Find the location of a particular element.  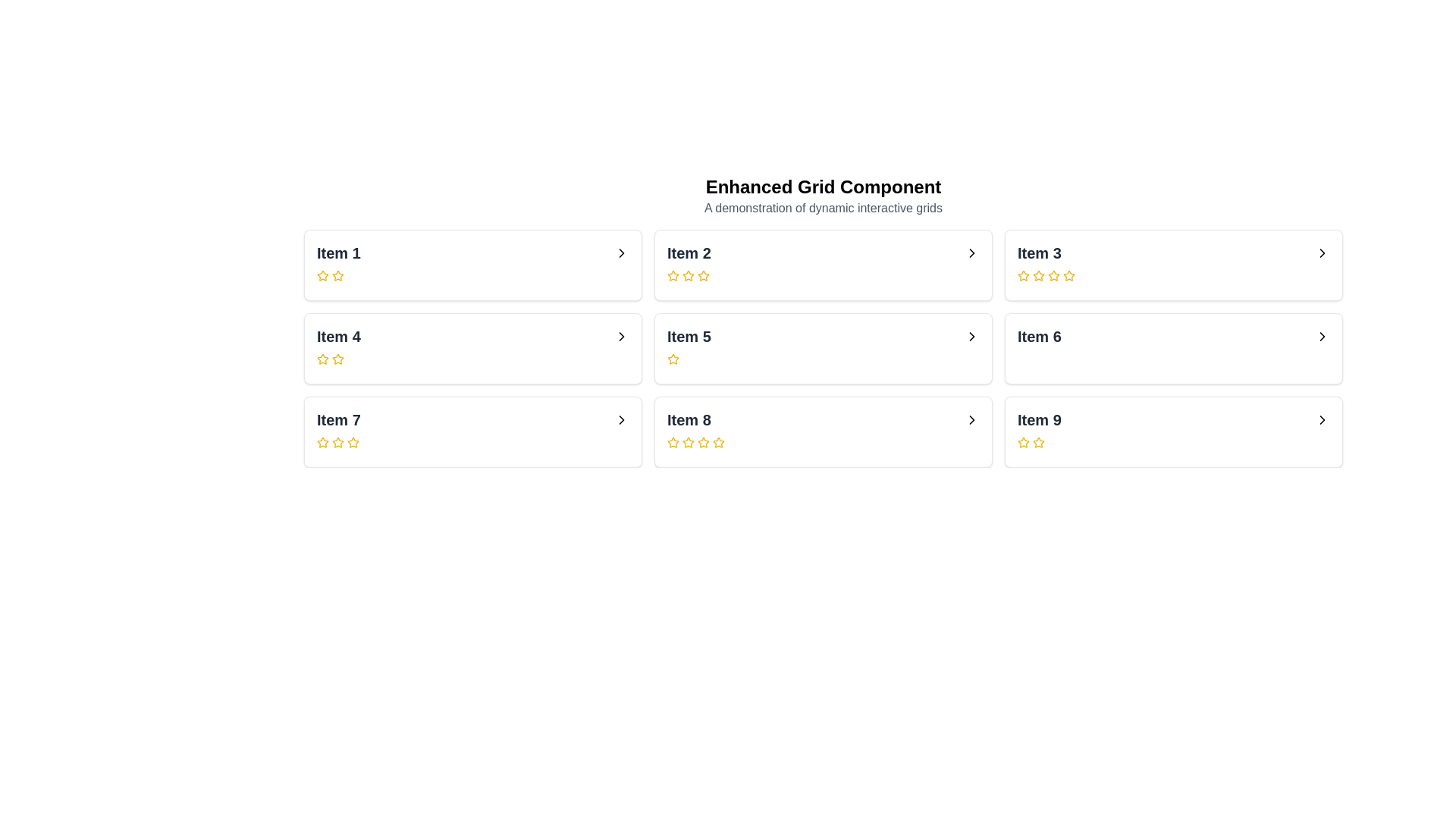

the rating value by clicking on the yellow star icons of the Rating star component located below the title 'Item 4' is located at coordinates (472, 359).